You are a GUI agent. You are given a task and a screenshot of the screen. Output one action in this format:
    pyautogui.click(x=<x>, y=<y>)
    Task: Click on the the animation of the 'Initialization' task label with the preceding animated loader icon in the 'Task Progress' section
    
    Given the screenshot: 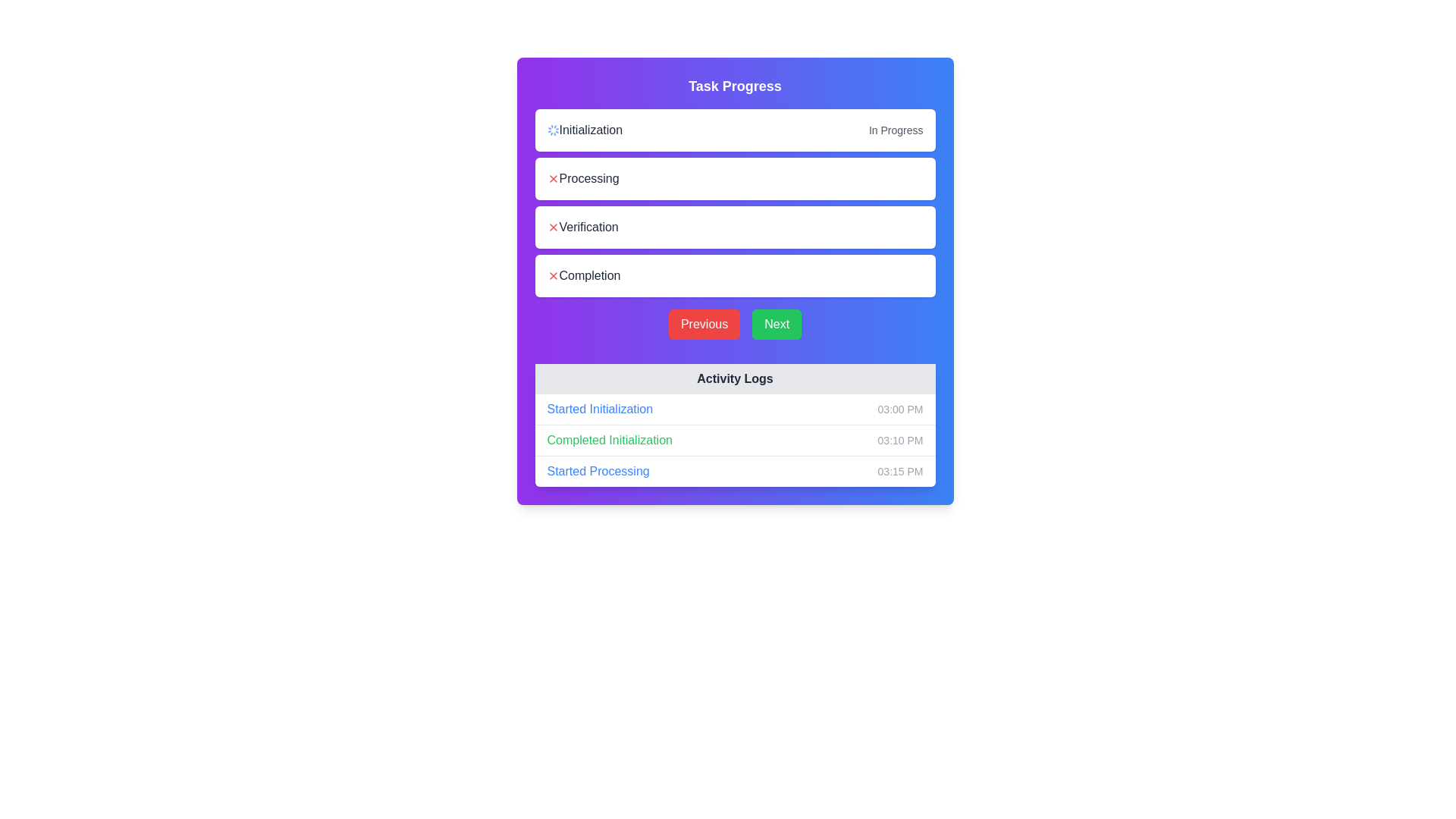 What is the action you would take?
    pyautogui.click(x=584, y=130)
    